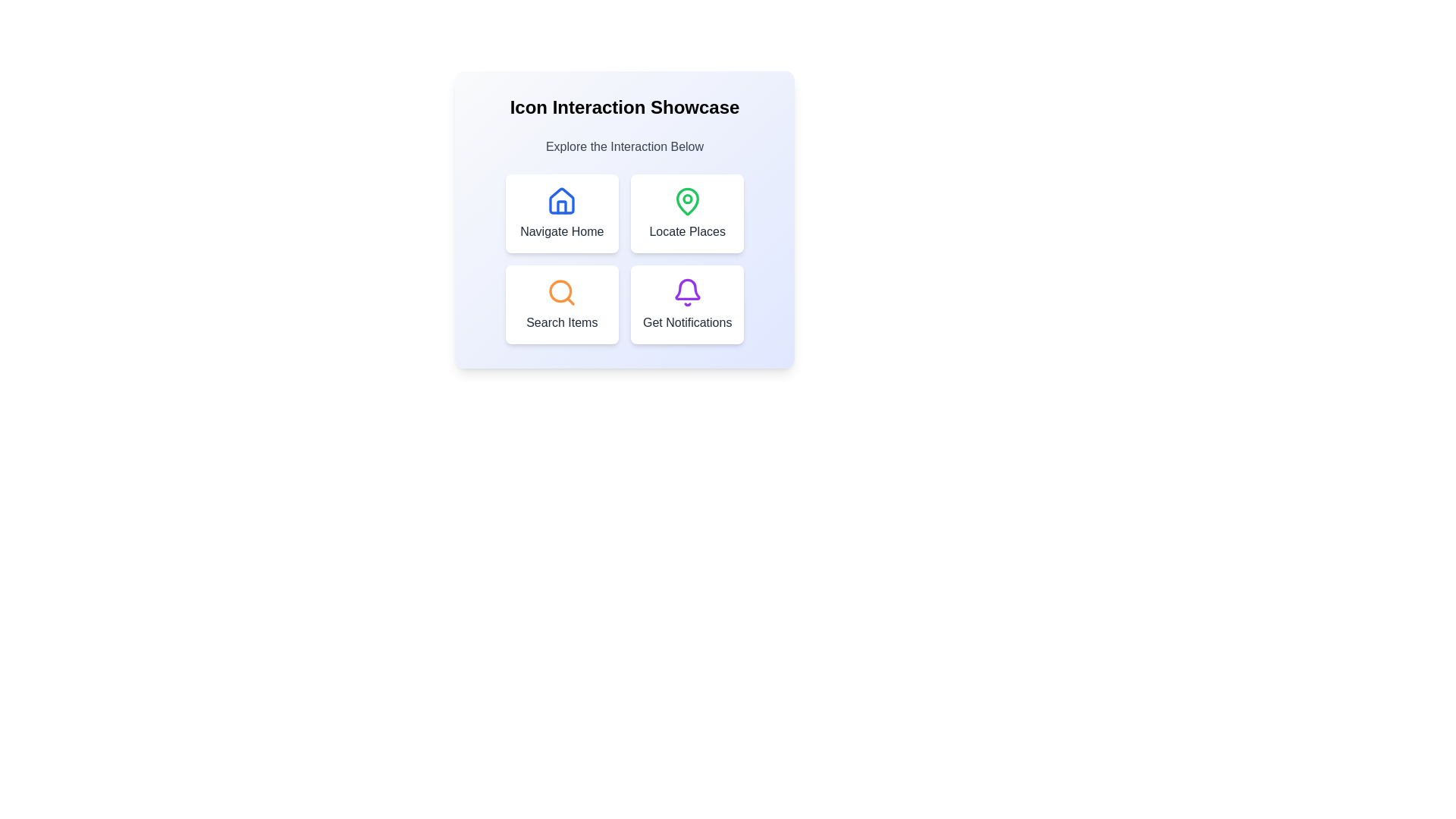  Describe the element at coordinates (686, 198) in the screenshot. I see `the Circle SVG component that is part of the 'Locate Places' button, located in the upper right portion of the grid of four icons` at that location.